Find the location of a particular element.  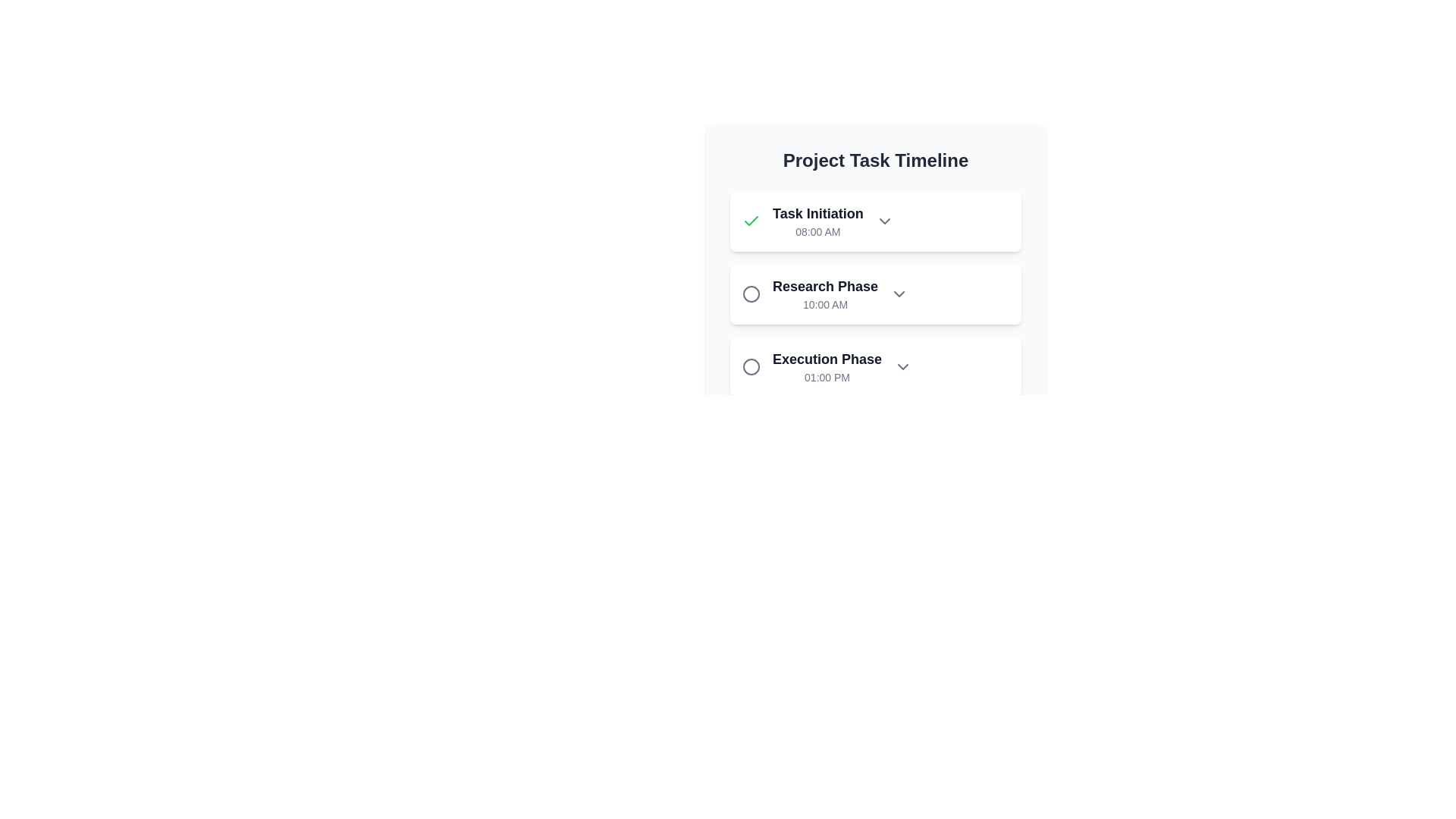

the time label displaying the time for the 'Execution Phase' task located in the lower section of the task card is located at coordinates (826, 376).